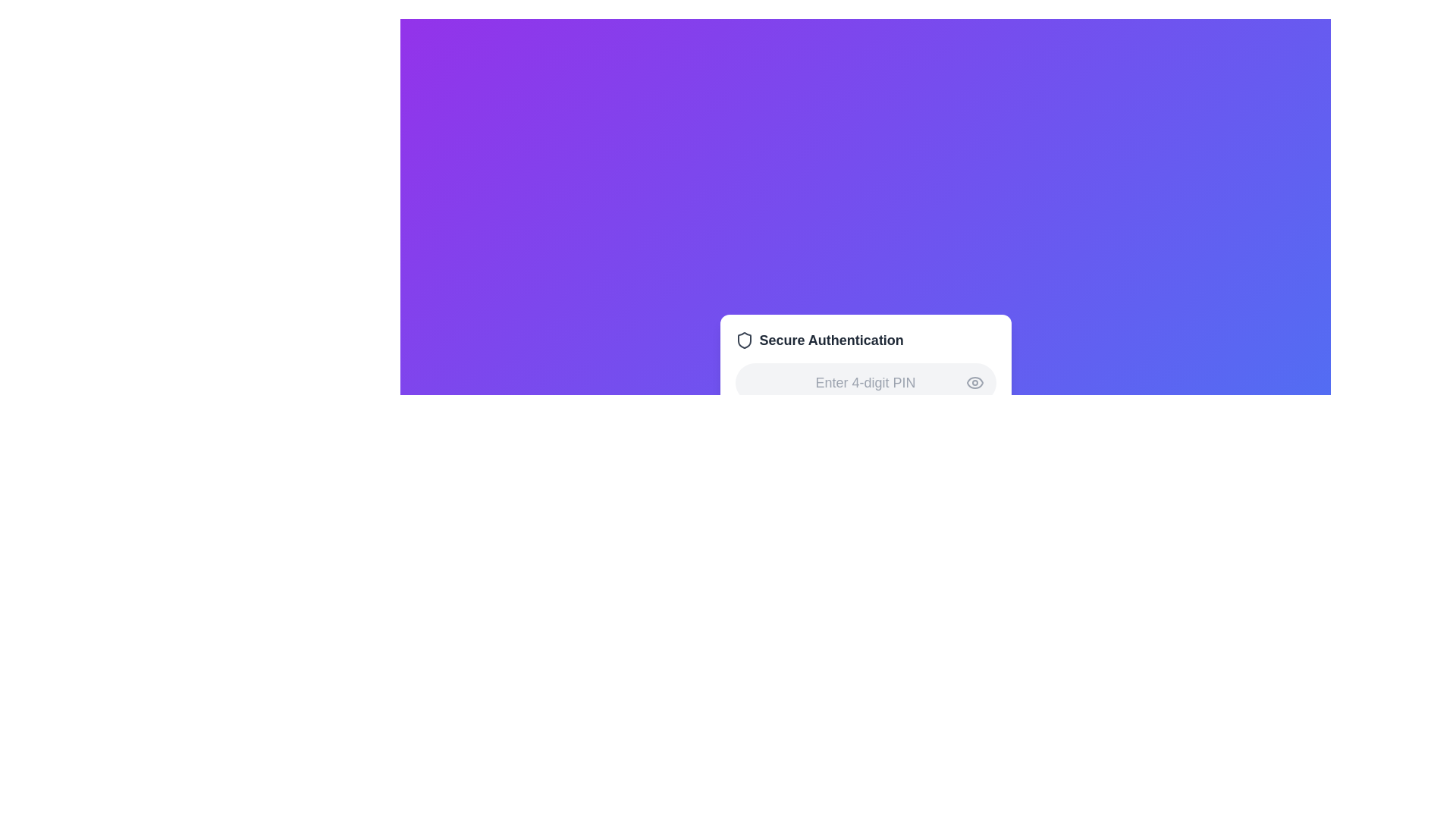 Image resolution: width=1456 pixels, height=819 pixels. I want to click on the 'How this Text with Icon works' element, which serves as a title indicating the context of secure authentication, located above the 4-digit PIN input section, so click(865, 339).